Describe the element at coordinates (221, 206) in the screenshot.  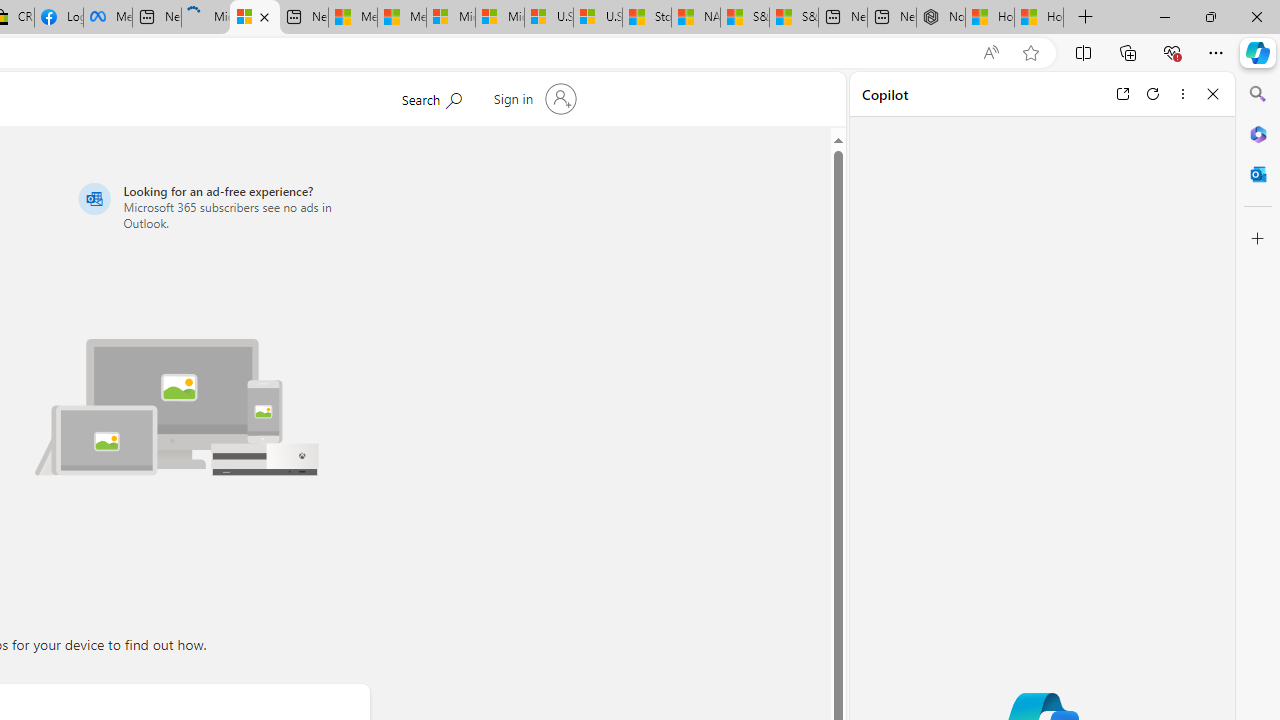
I see `'Looking for an ad-free experience?'` at that location.